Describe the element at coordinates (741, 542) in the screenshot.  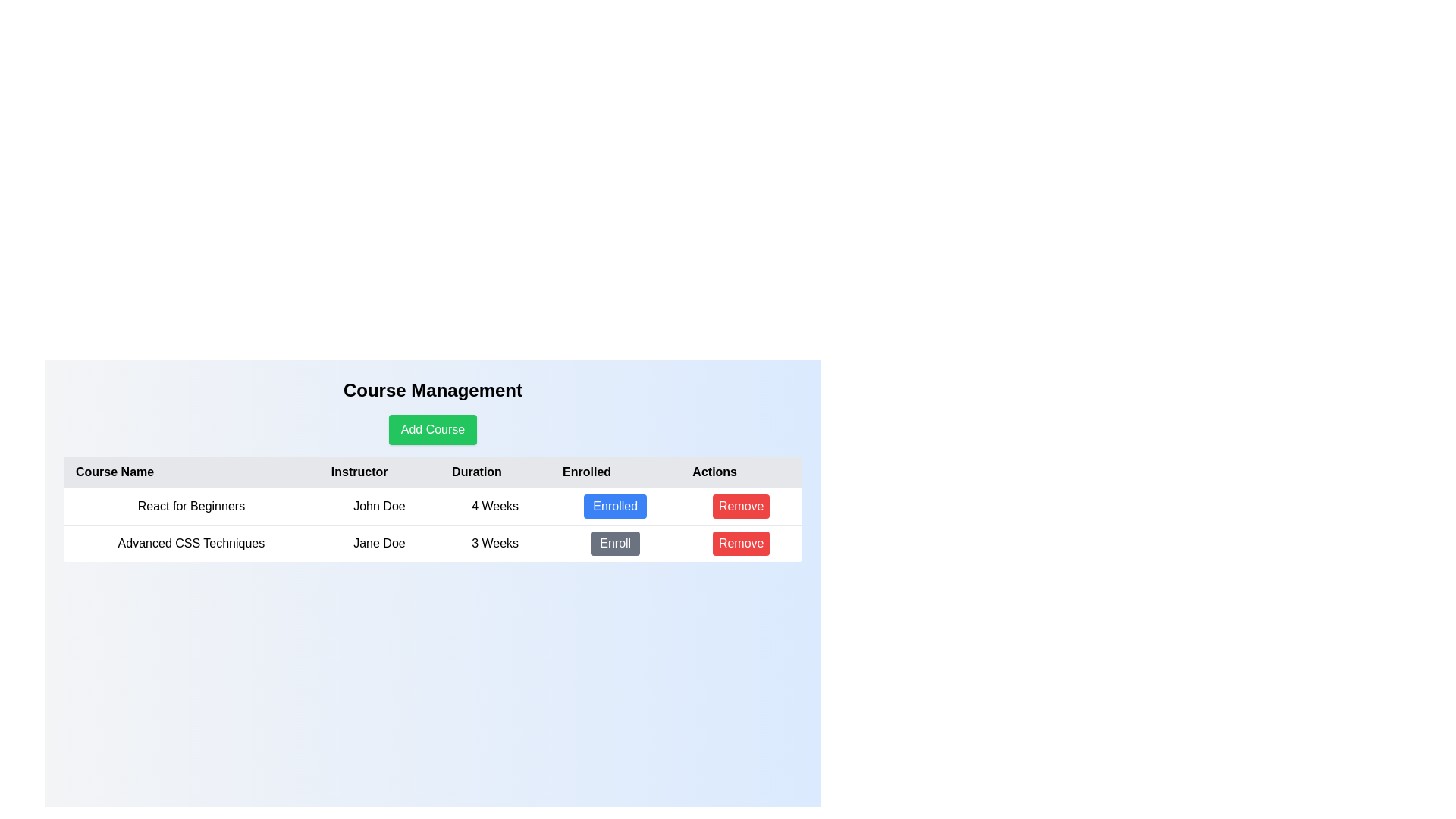
I see `the button located in the 'Actions' column of the second row, which allows the user to remove the associated course or entry from the table` at that location.